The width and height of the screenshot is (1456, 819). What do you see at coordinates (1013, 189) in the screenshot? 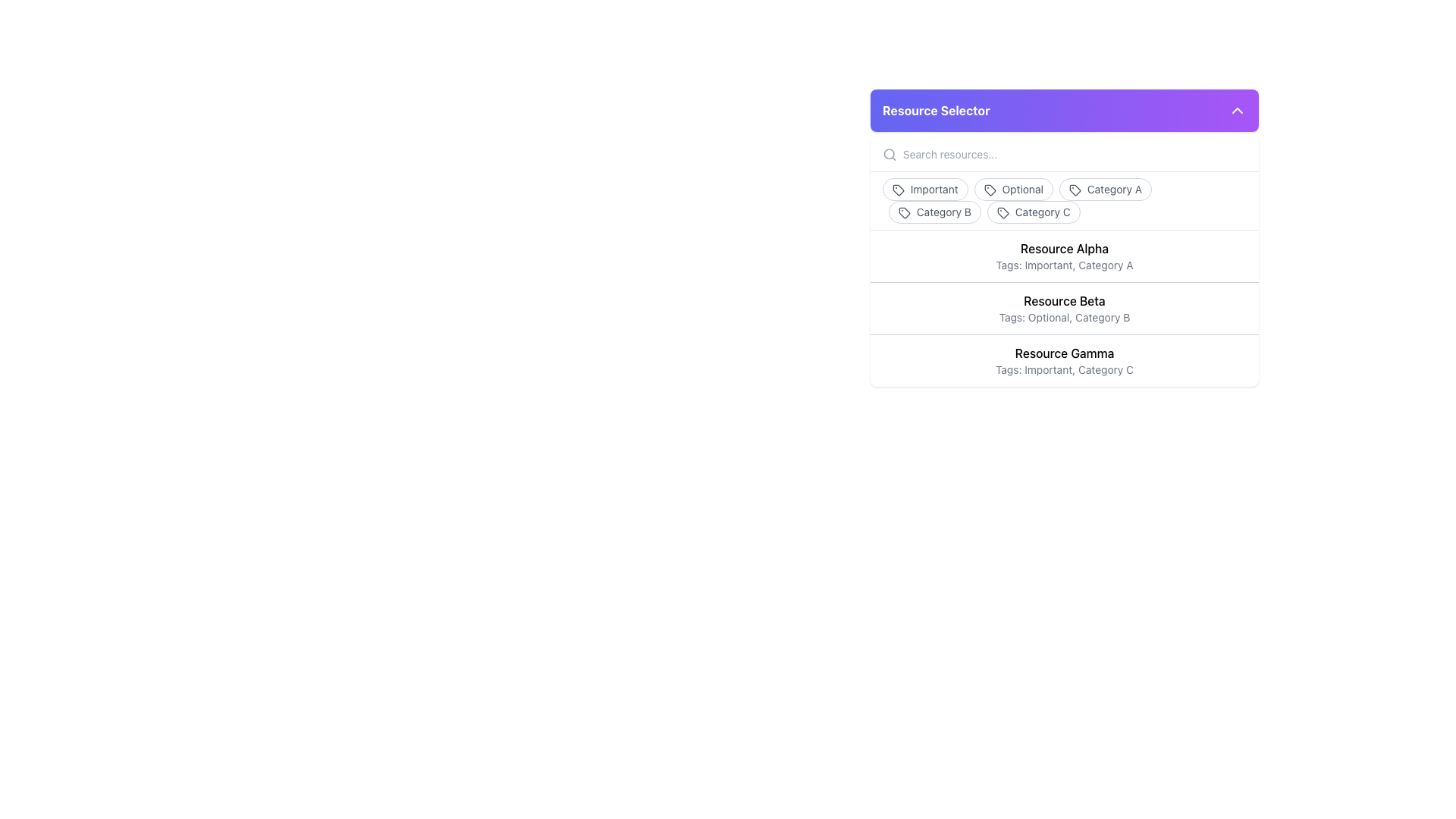
I see `the well-rounded button with a white background and gray border labeled 'Optional', located in the 'Resource Selector' section, positioned between the 'Important' and 'Category A' buttons` at bounding box center [1013, 189].